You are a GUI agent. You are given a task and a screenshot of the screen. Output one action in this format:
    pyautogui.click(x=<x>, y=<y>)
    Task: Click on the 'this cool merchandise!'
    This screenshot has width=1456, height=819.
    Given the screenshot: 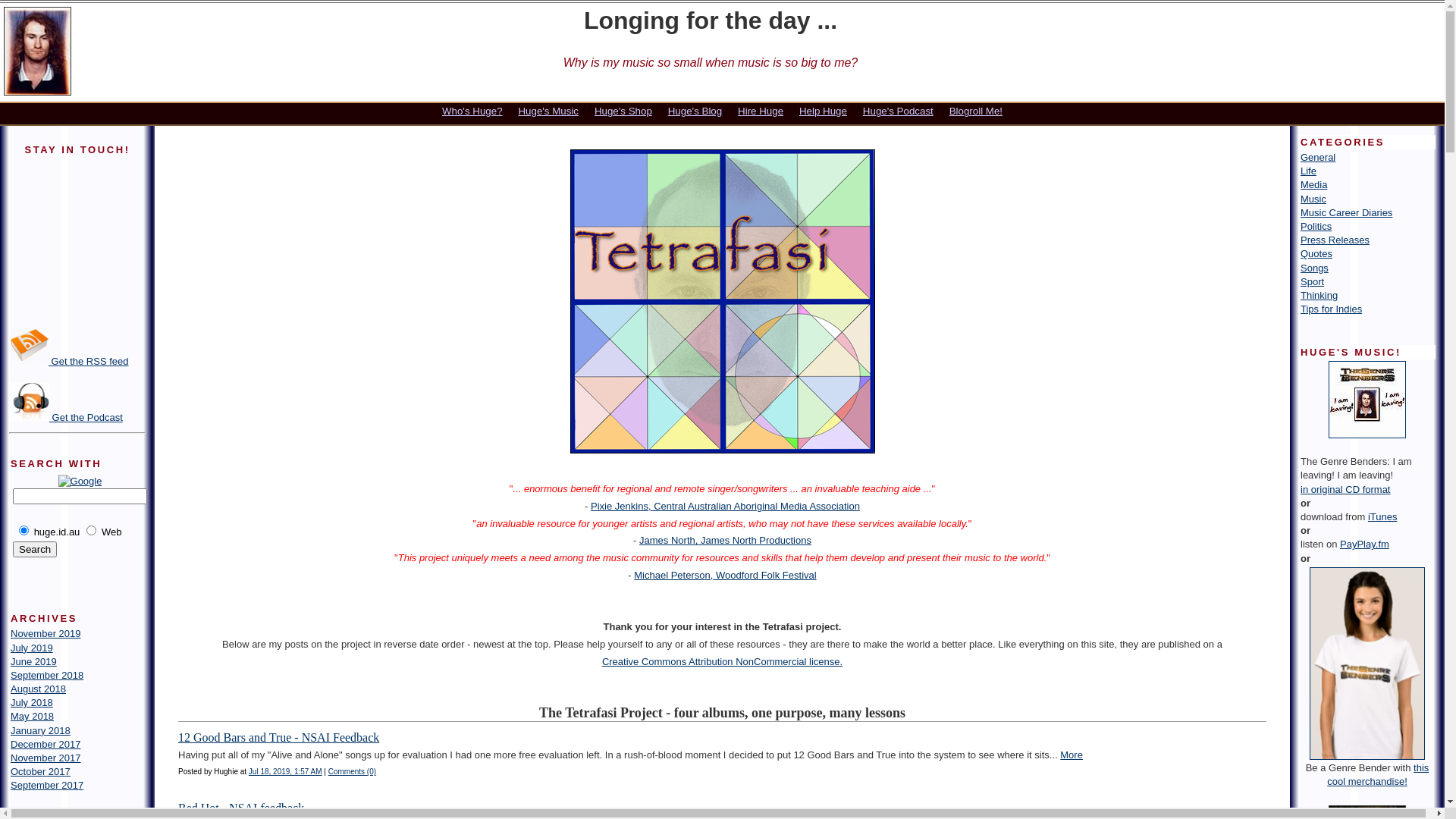 What is the action you would take?
    pyautogui.click(x=1378, y=774)
    